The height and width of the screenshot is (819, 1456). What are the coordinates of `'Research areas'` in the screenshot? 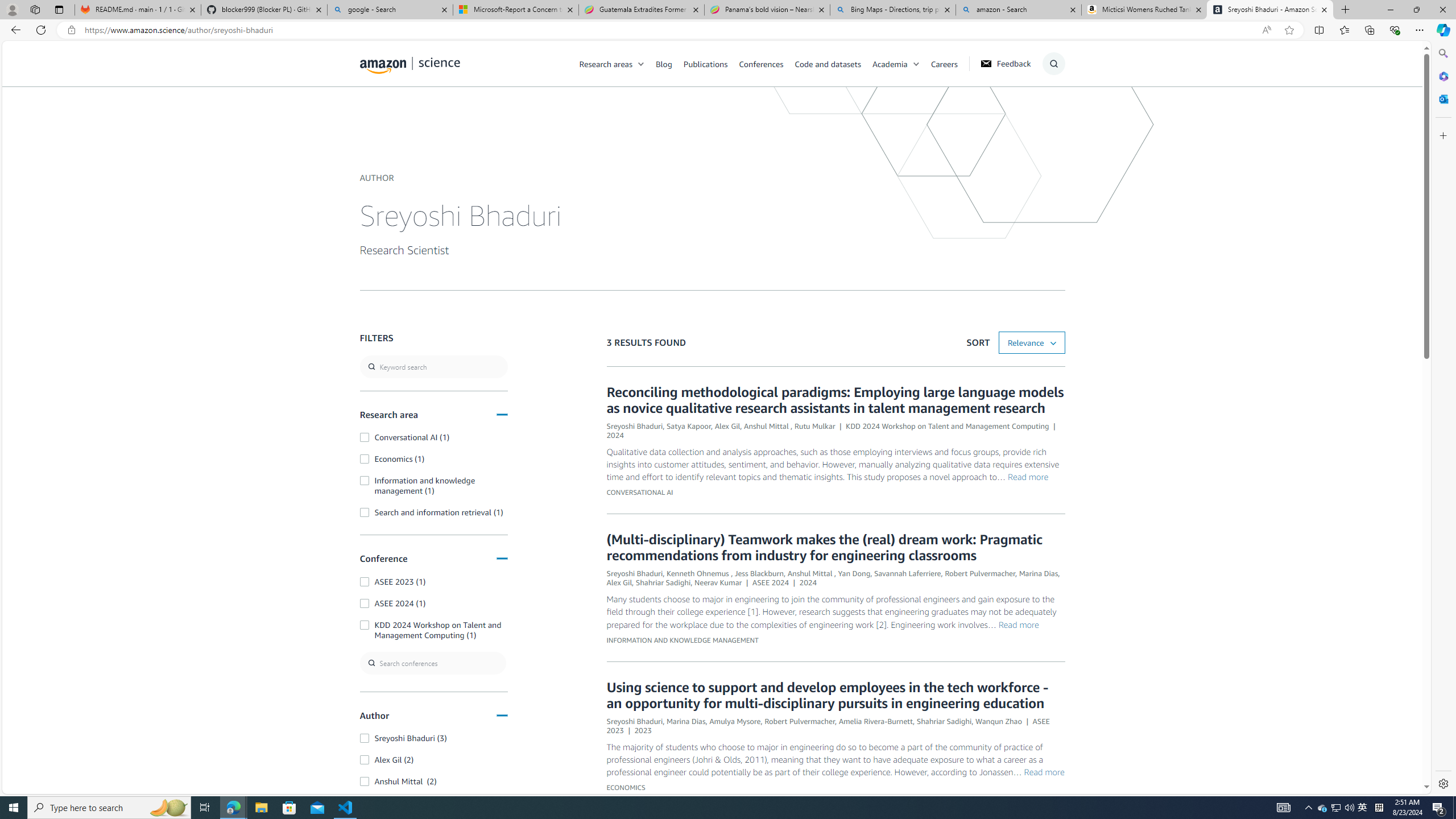 It's located at (617, 63).